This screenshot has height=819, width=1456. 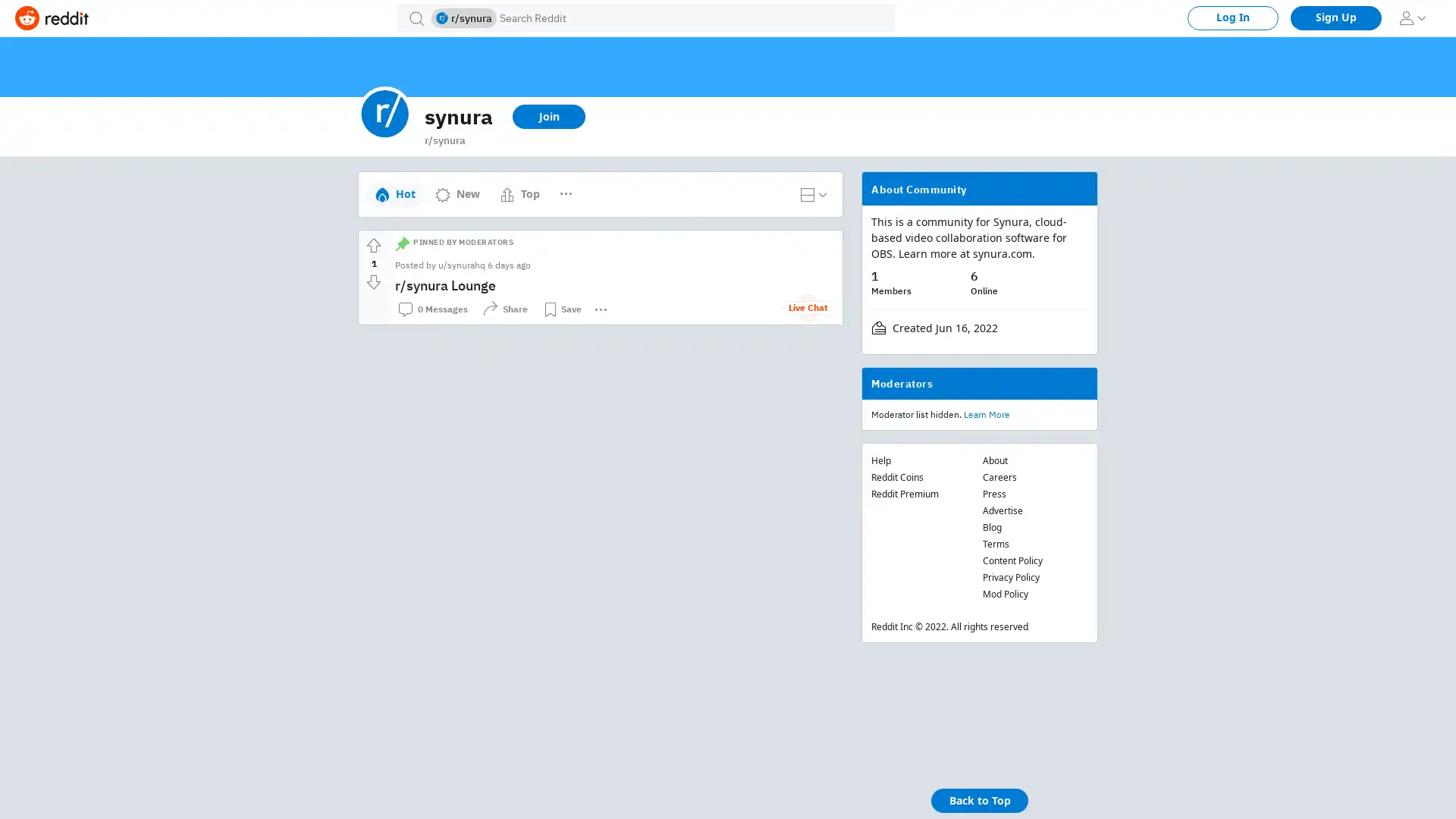 I want to click on Back to Top, so click(x=979, y=800).